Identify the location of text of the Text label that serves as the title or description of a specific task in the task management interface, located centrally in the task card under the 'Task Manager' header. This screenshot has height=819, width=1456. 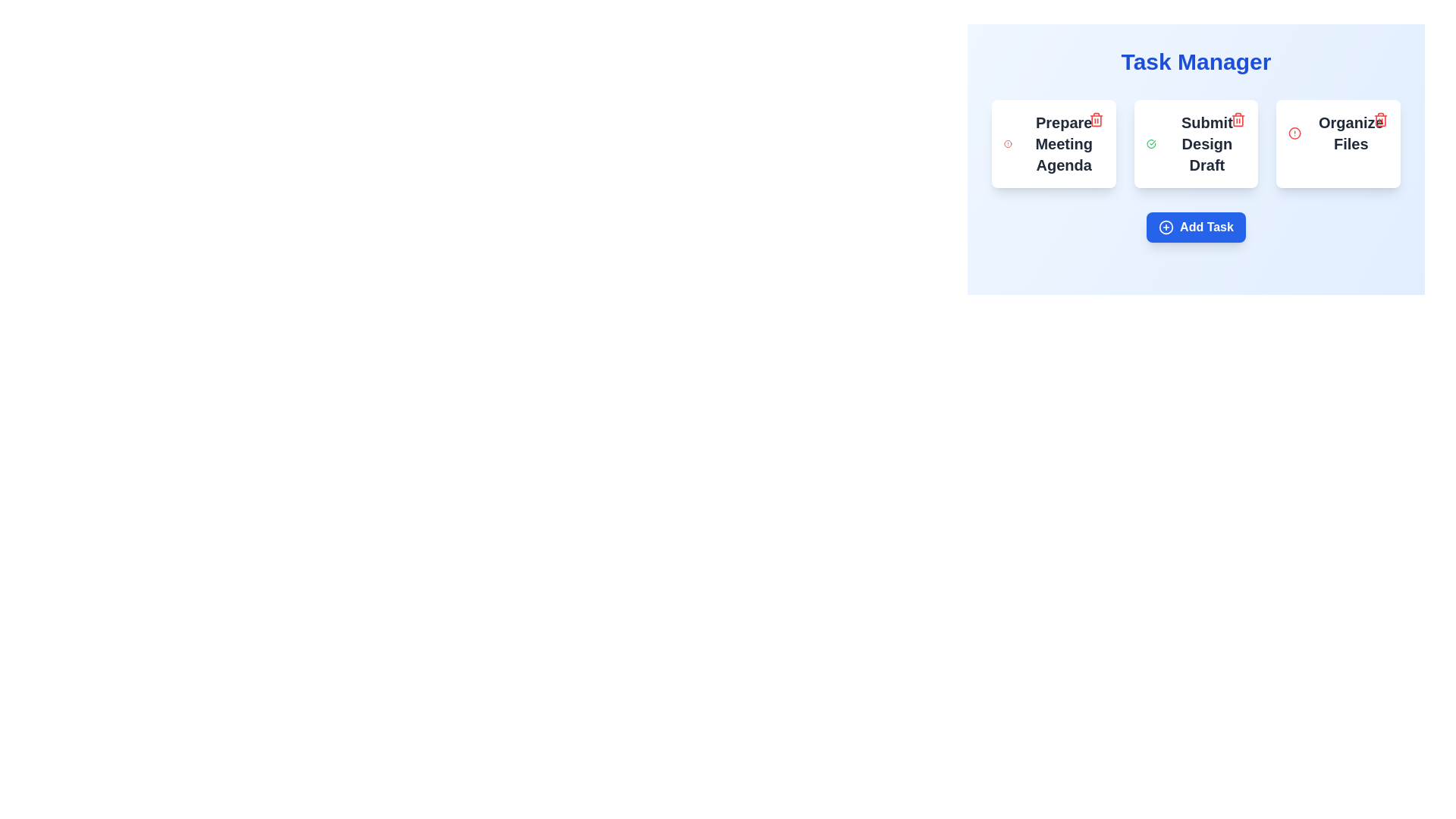
(1206, 143).